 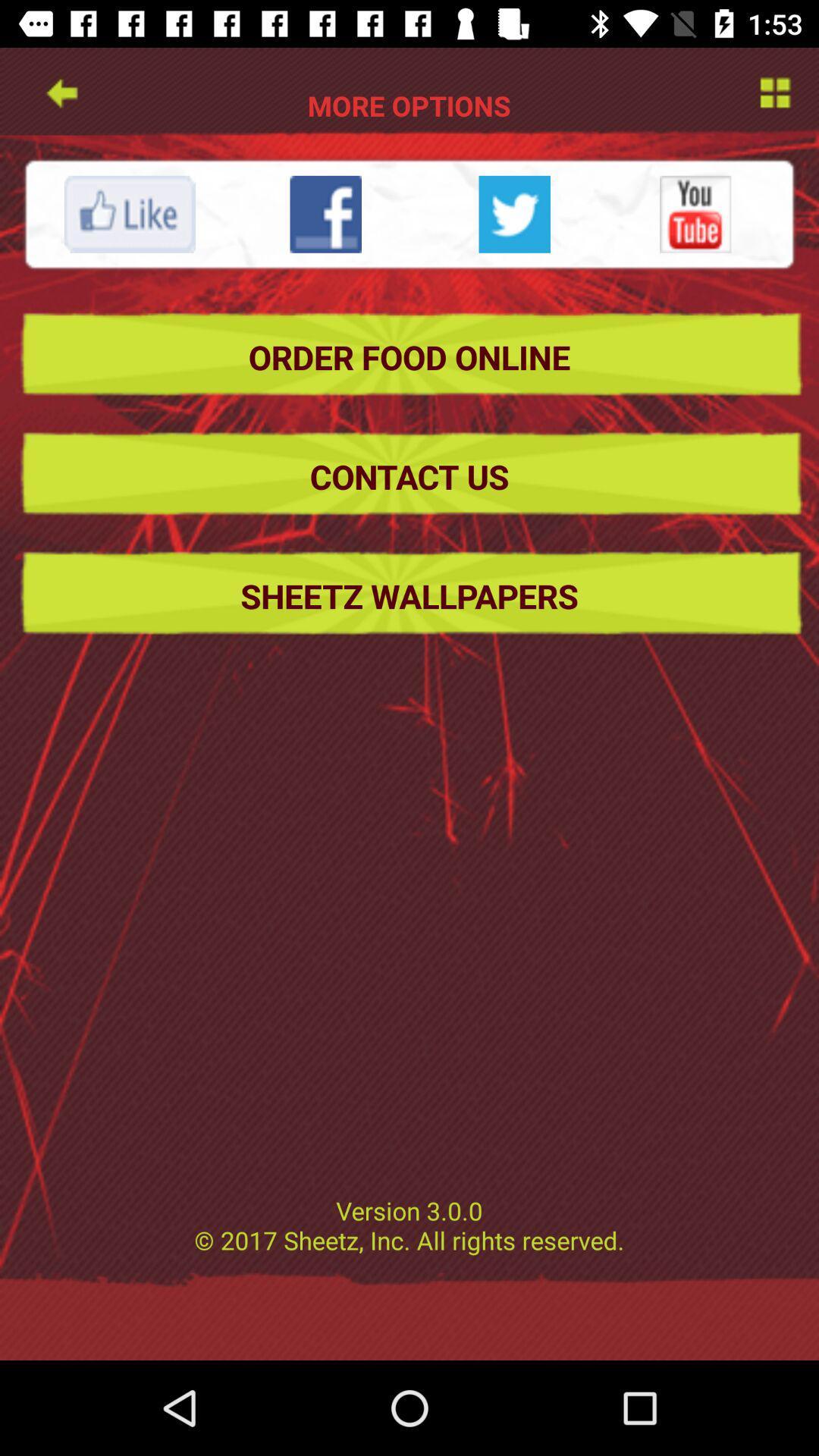 I want to click on more, so click(x=774, y=90).